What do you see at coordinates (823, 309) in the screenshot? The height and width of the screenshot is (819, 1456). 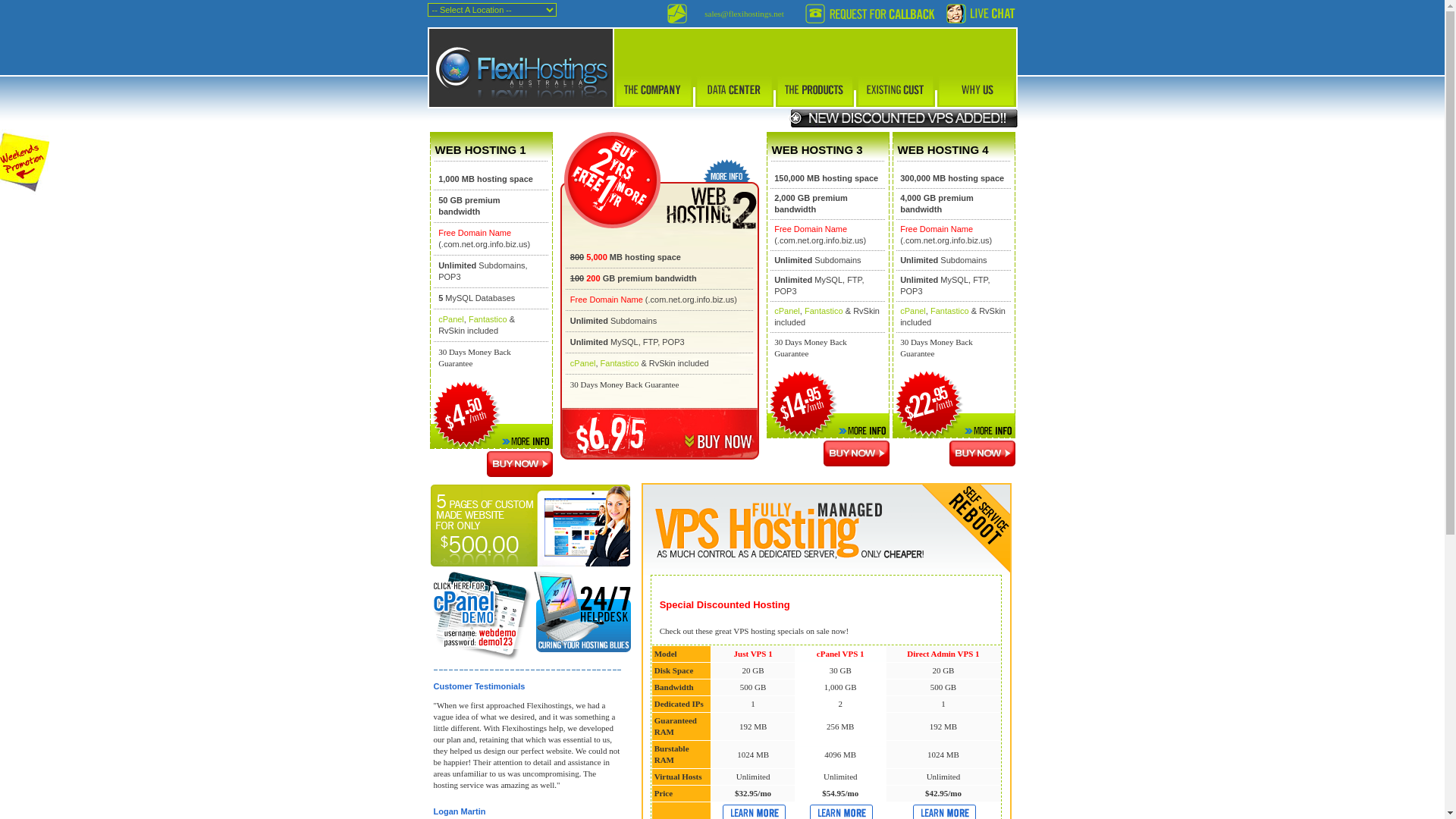 I see `'Fantastico'` at bounding box center [823, 309].